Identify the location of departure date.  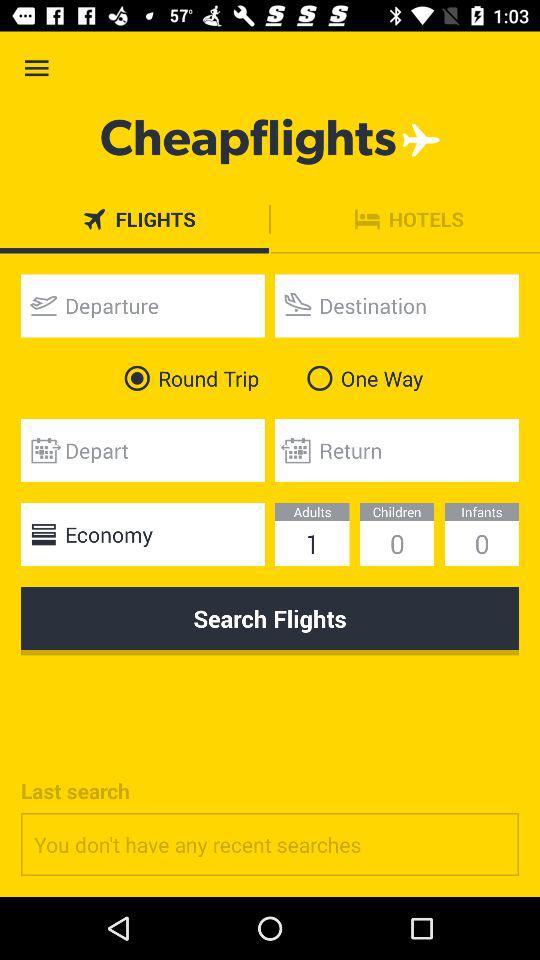
(141, 305).